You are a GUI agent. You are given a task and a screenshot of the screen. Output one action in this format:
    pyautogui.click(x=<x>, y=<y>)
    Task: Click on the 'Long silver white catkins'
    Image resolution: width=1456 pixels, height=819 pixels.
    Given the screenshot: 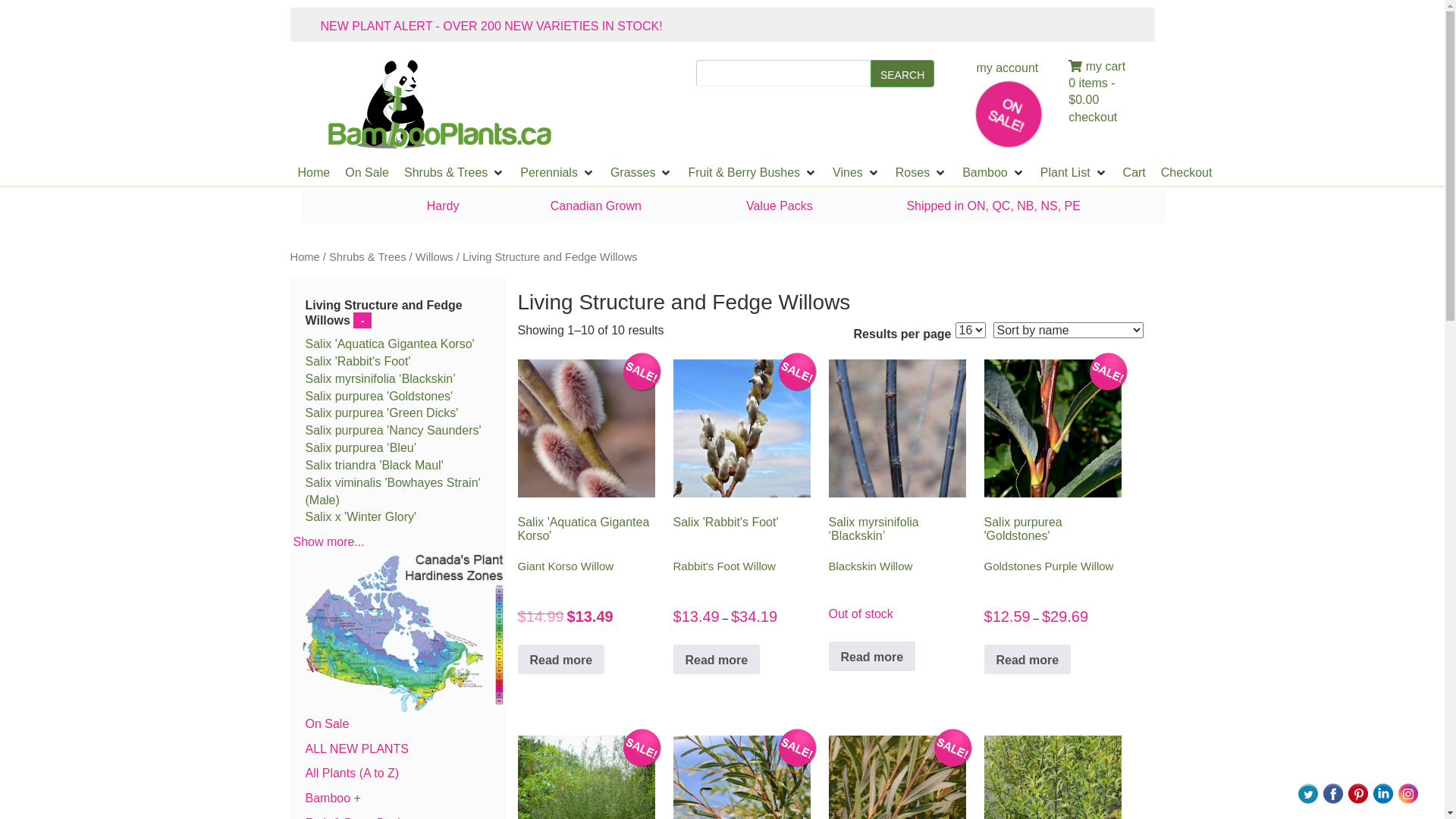 What is the action you would take?
    pyautogui.click(x=742, y=428)
    